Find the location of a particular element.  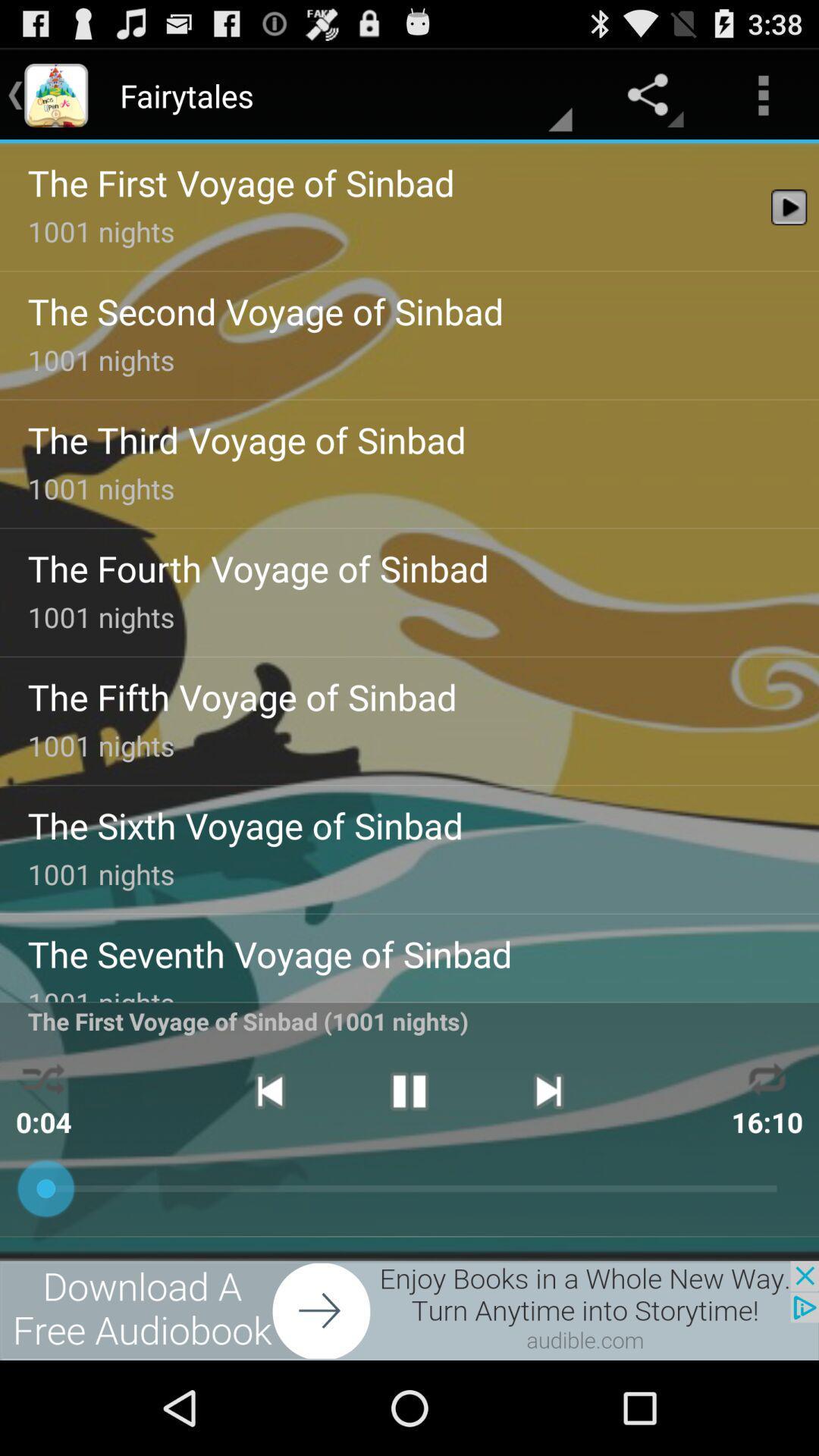

open advertisement is located at coordinates (409, 1310).